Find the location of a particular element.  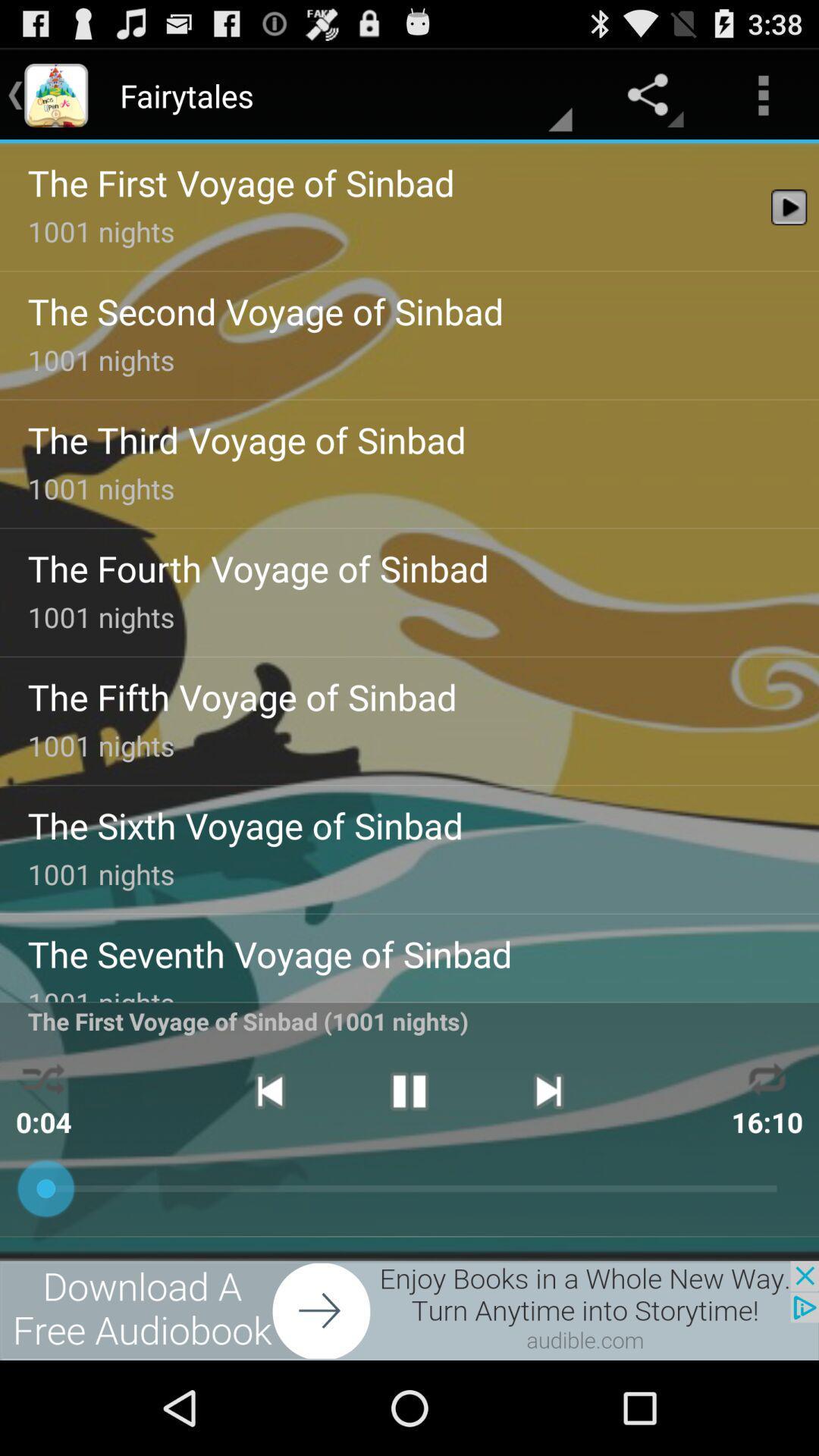

open advertisement is located at coordinates (409, 1310).